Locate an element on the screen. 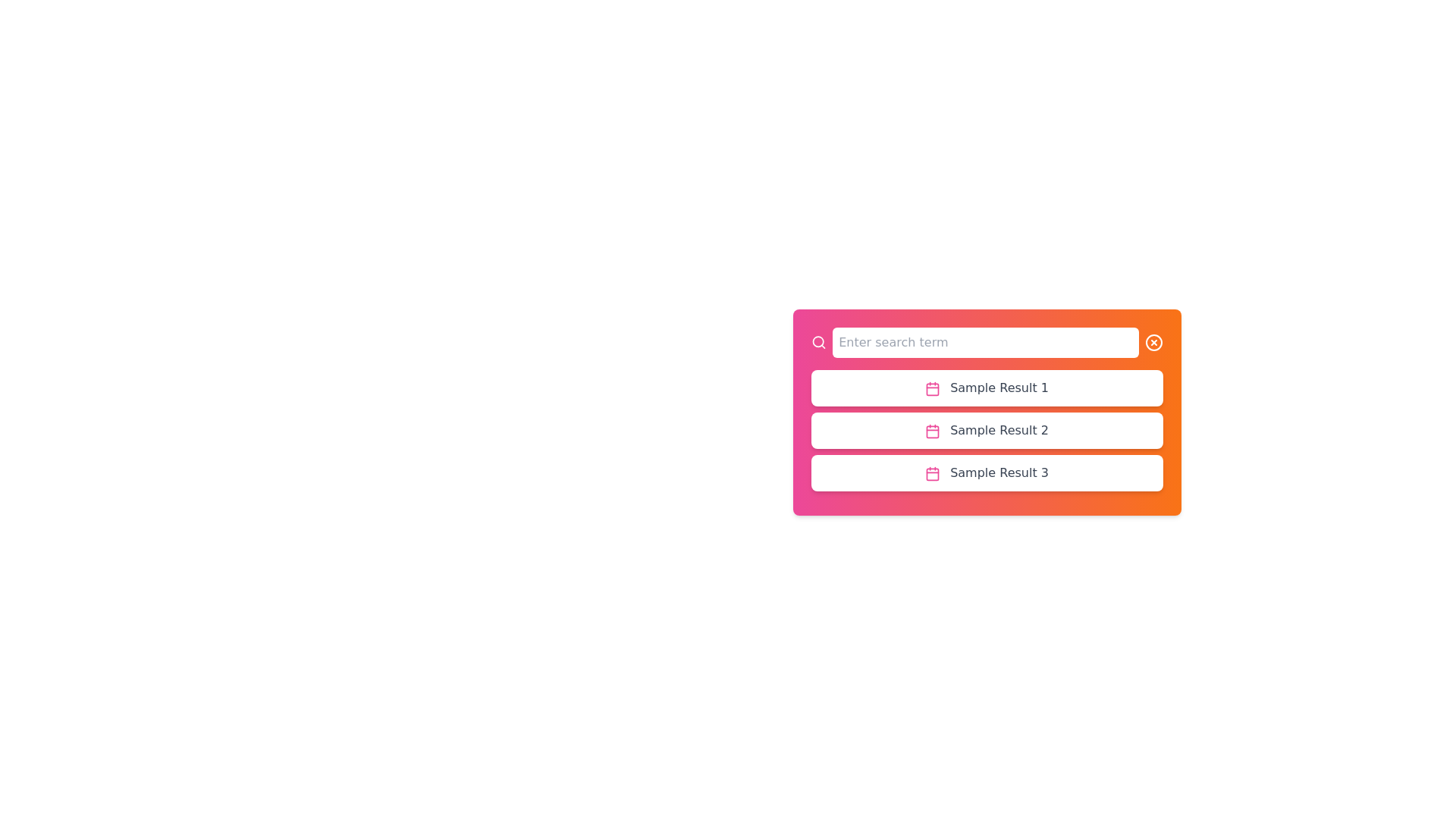  the small pink calendar icon with rounded edges located to the left of the text 'Sample Result 1' in the search results list is located at coordinates (932, 388).